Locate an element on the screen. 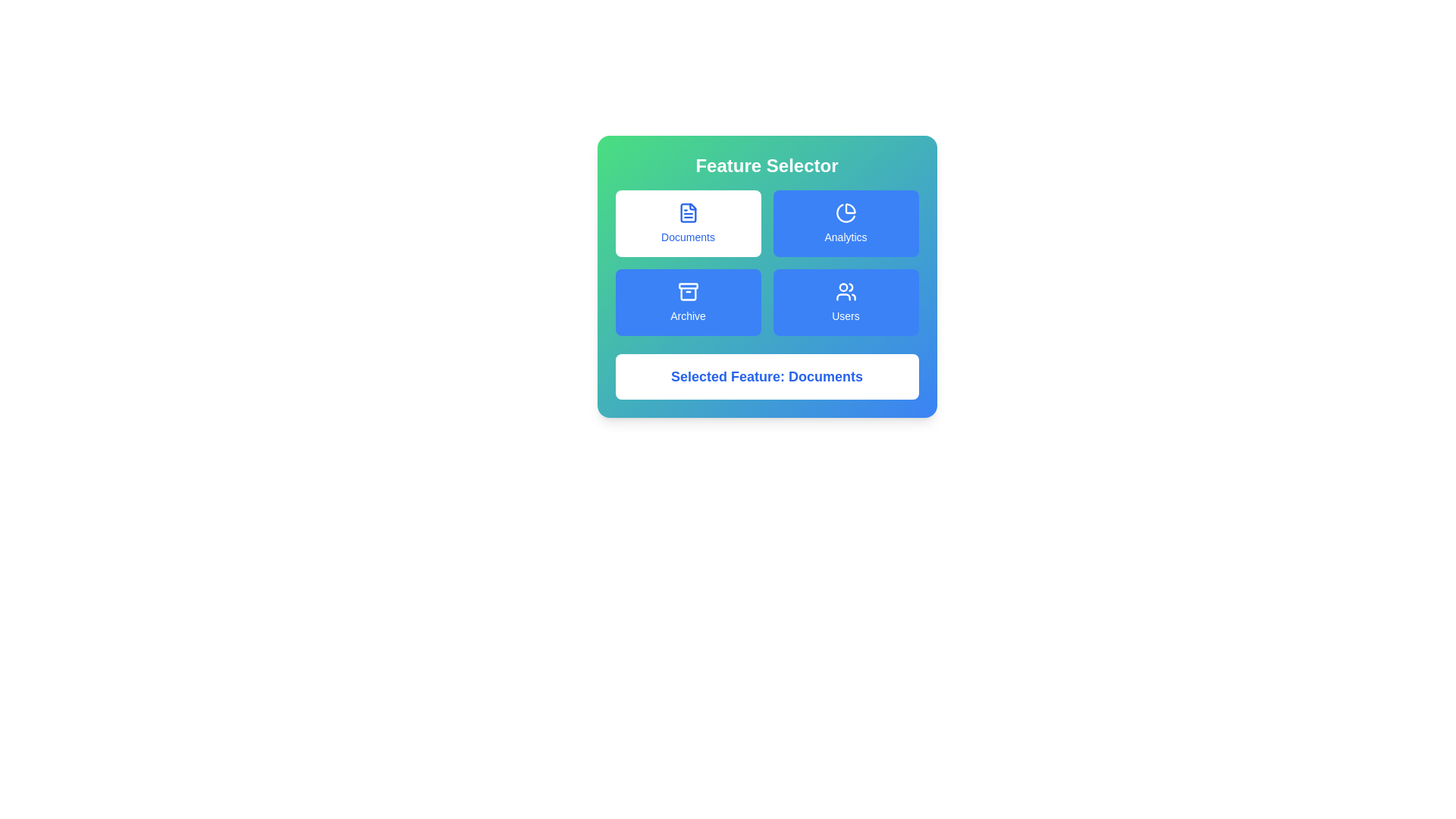  the 'Documents' button located in the top left corner of the grid layout, which features a document outline icon and blue text beneath it is located at coordinates (687, 223).